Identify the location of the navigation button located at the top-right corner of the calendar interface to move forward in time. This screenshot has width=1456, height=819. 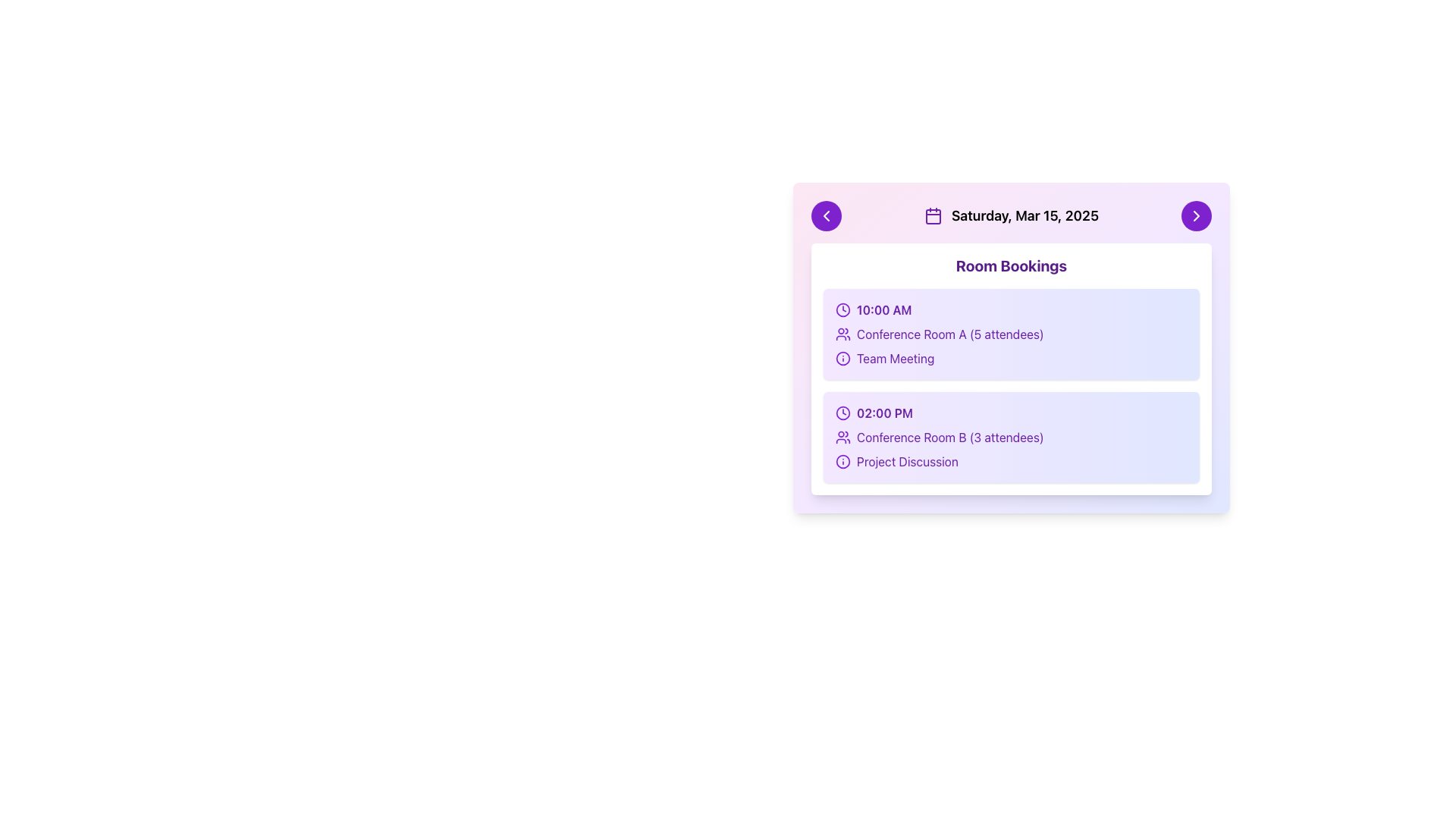
(1196, 216).